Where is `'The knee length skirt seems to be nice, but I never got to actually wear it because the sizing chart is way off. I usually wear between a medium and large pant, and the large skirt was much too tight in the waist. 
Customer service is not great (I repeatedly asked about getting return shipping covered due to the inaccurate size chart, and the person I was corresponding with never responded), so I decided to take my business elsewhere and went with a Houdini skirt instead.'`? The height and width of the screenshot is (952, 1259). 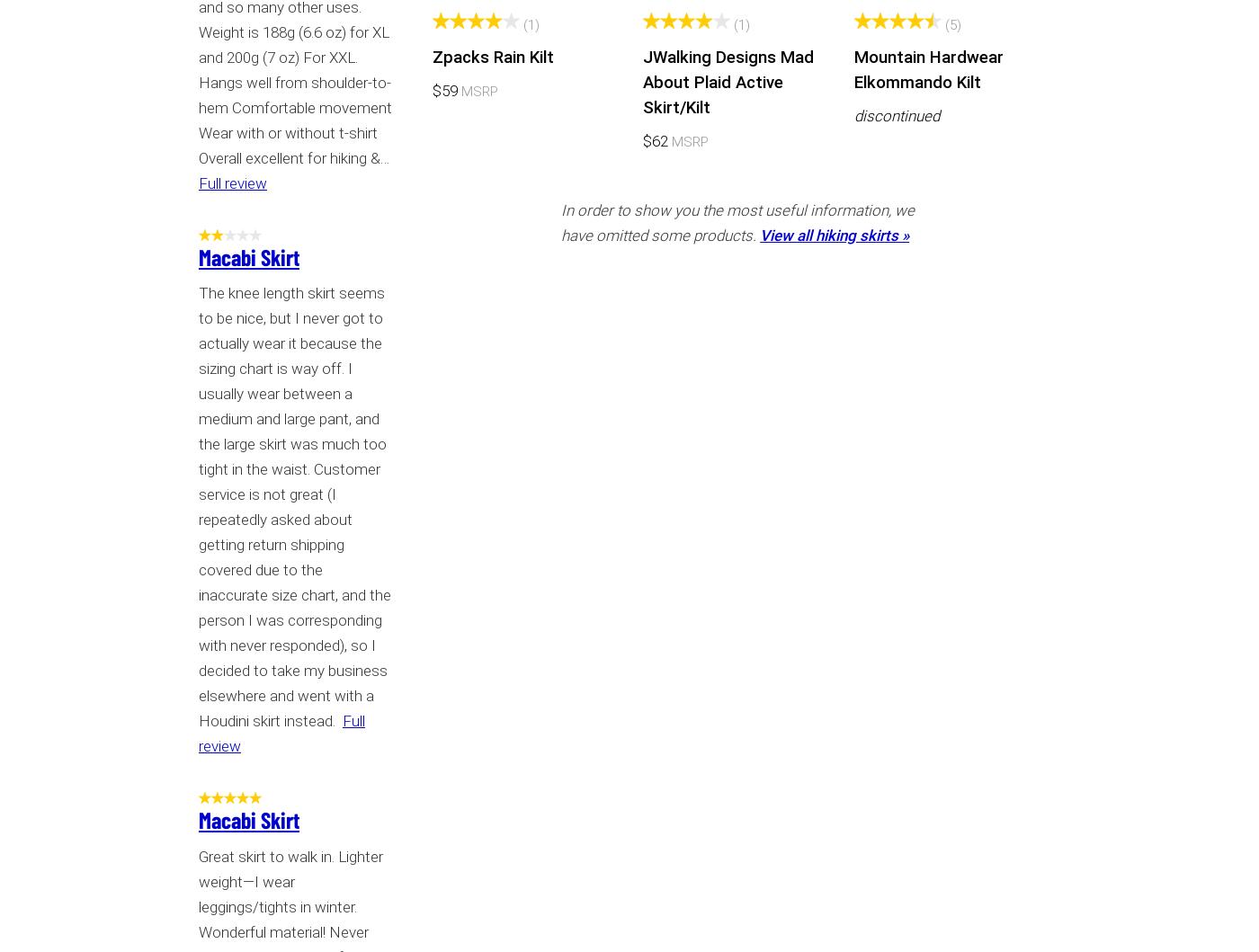 'The knee length skirt seems to be nice, but I never got to actually wear it because the sizing chart is way off. I usually wear between a medium and large pant, and the large skirt was much too tight in the waist. 
Customer service is not great (I repeatedly asked about getting return shipping covered due to the inaccurate size chart, and the person I was corresponding with never responded), so I decided to take my business elsewhere and went with a Houdini skirt instead.' is located at coordinates (294, 506).